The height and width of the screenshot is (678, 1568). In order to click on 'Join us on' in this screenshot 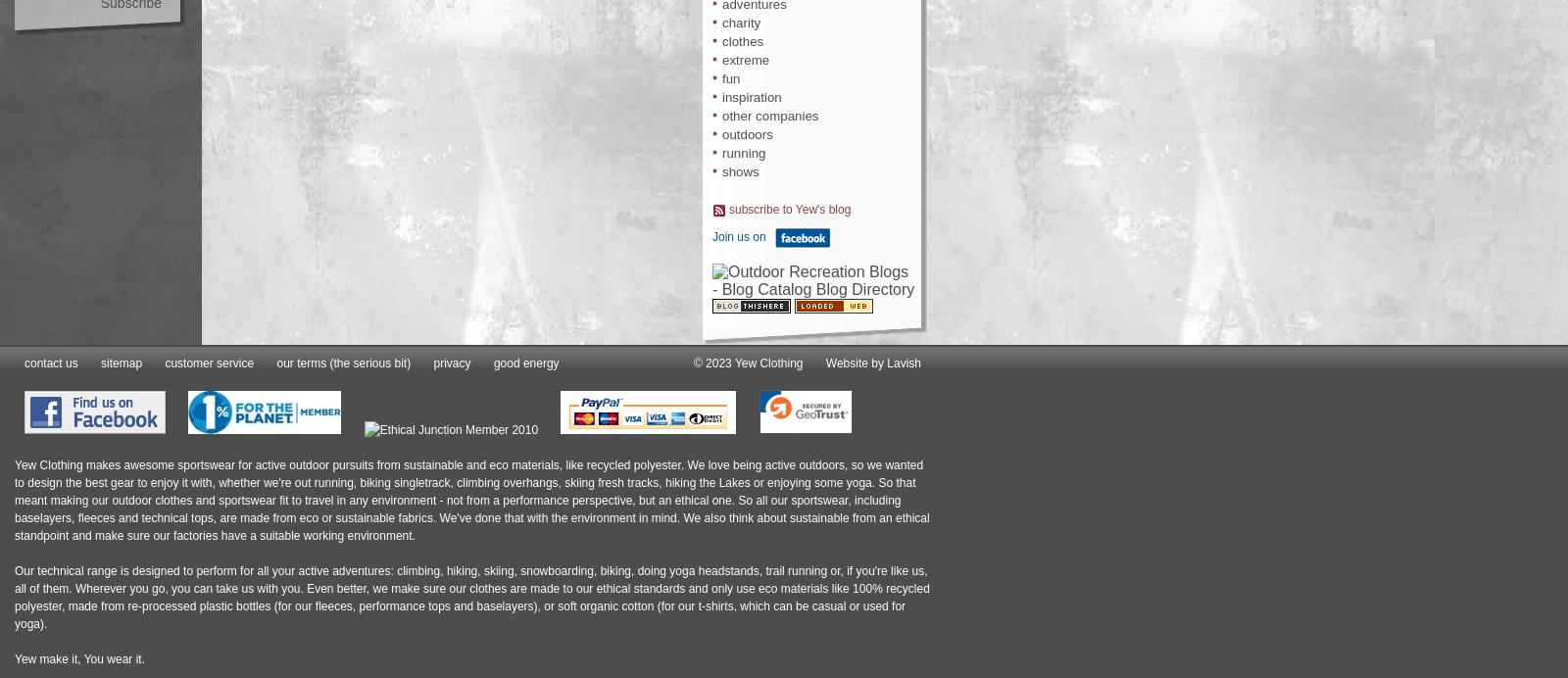, I will do `click(738, 235)`.